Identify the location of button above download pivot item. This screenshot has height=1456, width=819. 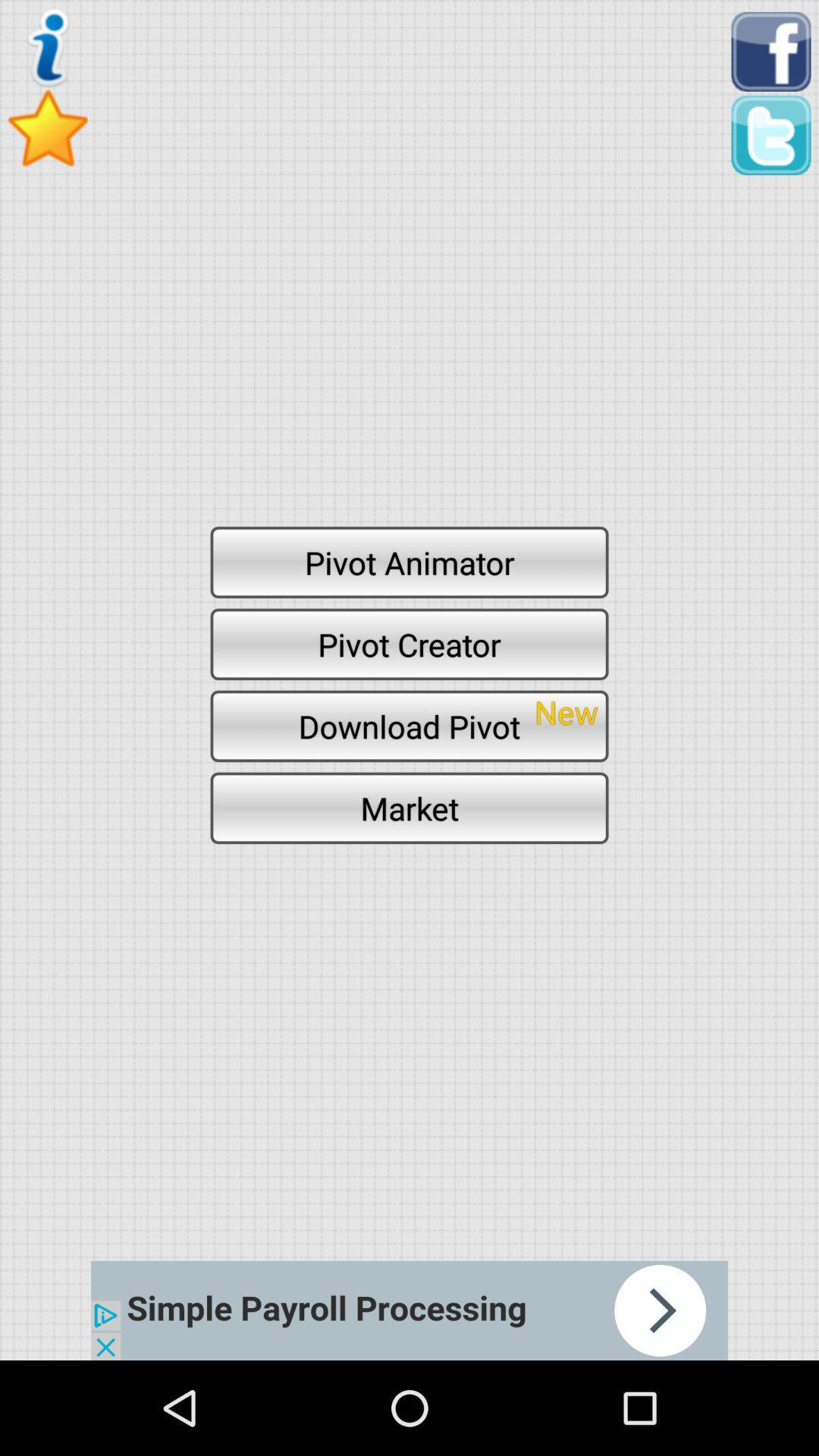
(409, 644).